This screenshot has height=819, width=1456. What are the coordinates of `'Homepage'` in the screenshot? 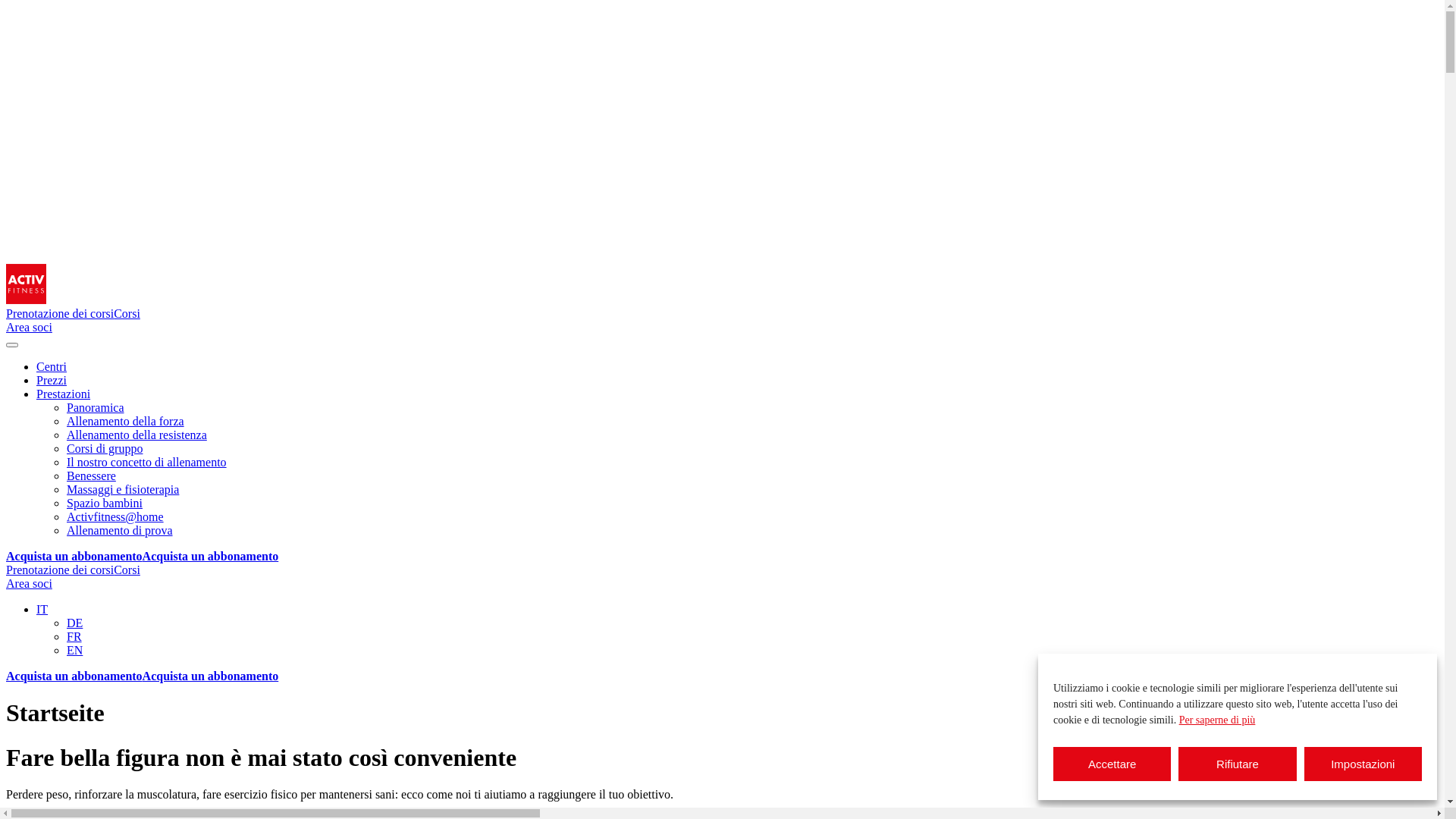 It's located at (26, 300).